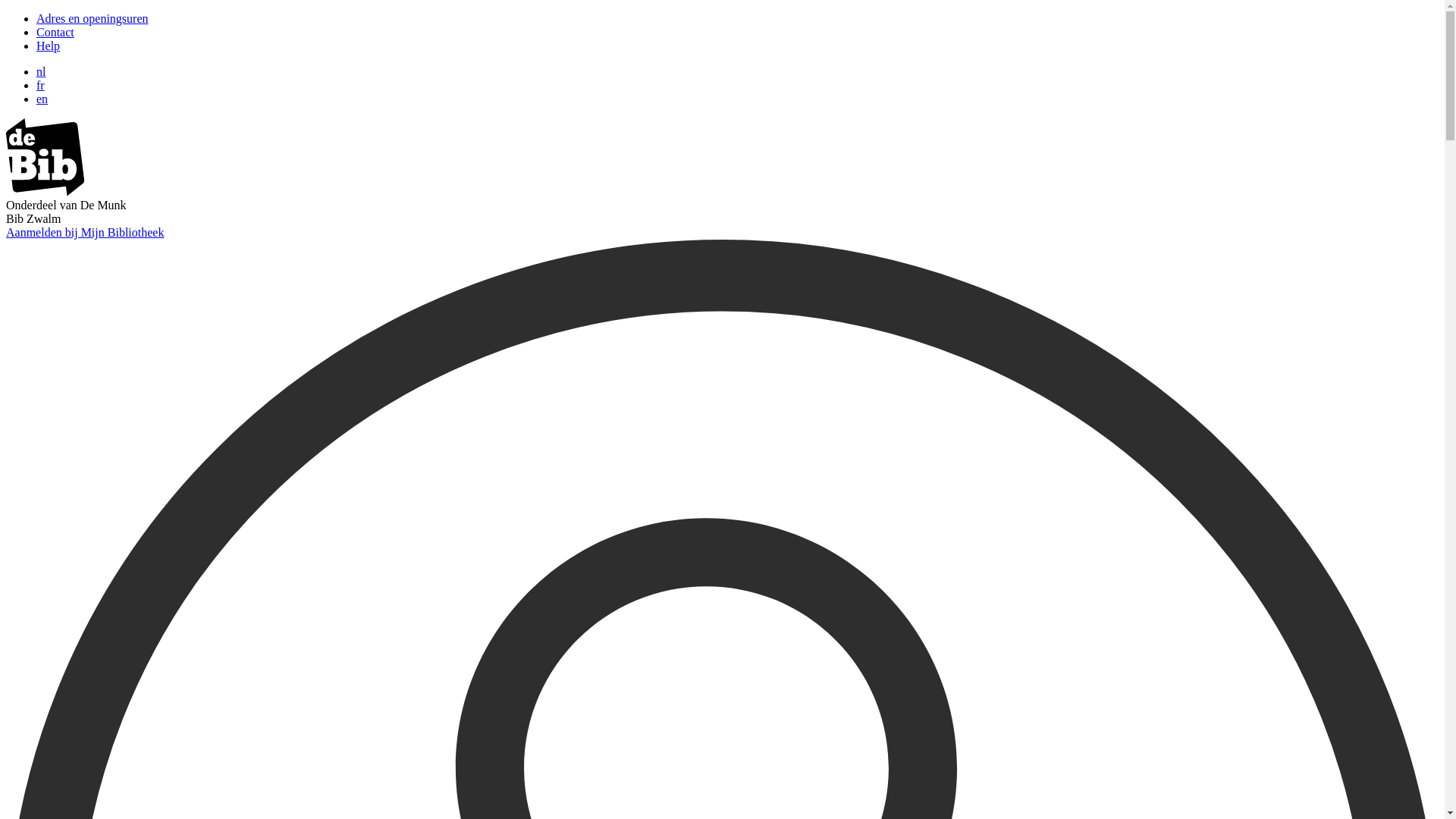 The width and height of the screenshot is (1456, 819). Describe the element at coordinates (40, 71) in the screenshot. I see `'nl'` at that location.